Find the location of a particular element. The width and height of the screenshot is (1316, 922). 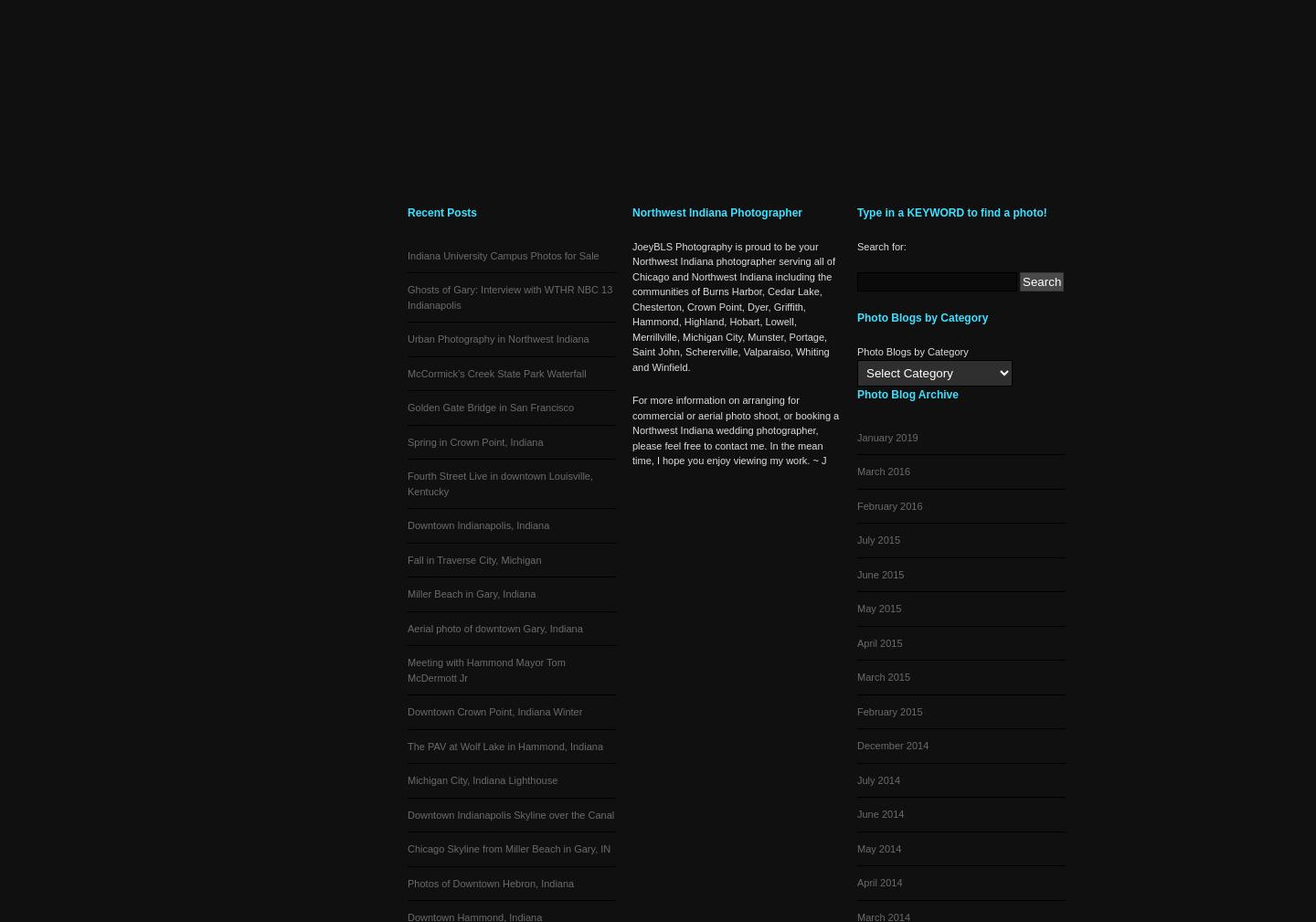

'June 2014' is located at coordinates (857, 814).